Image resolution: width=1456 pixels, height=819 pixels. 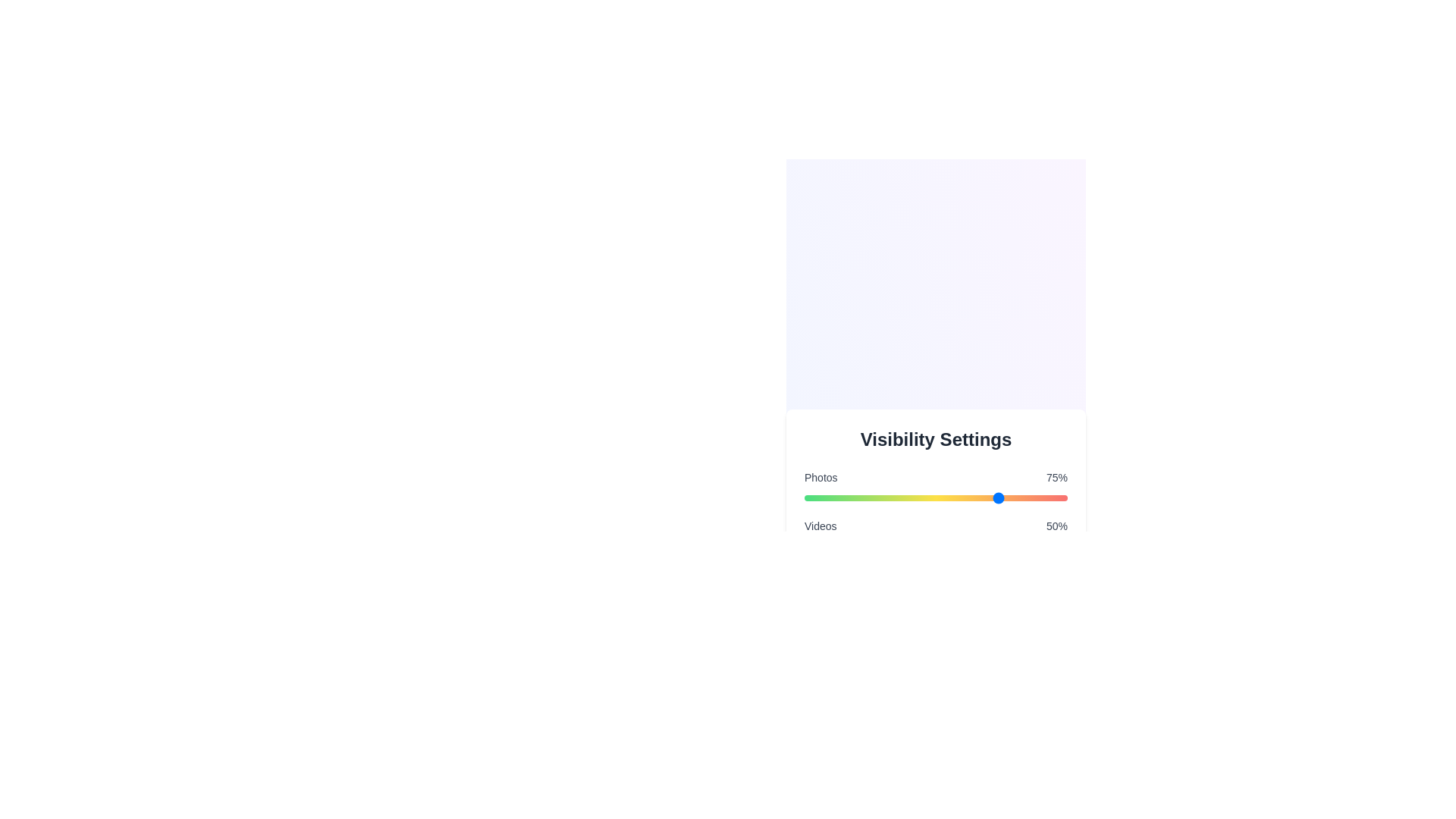 I want to click on the visibility percentage for a category by setting the slider to 66, so click(x=978, y=497).